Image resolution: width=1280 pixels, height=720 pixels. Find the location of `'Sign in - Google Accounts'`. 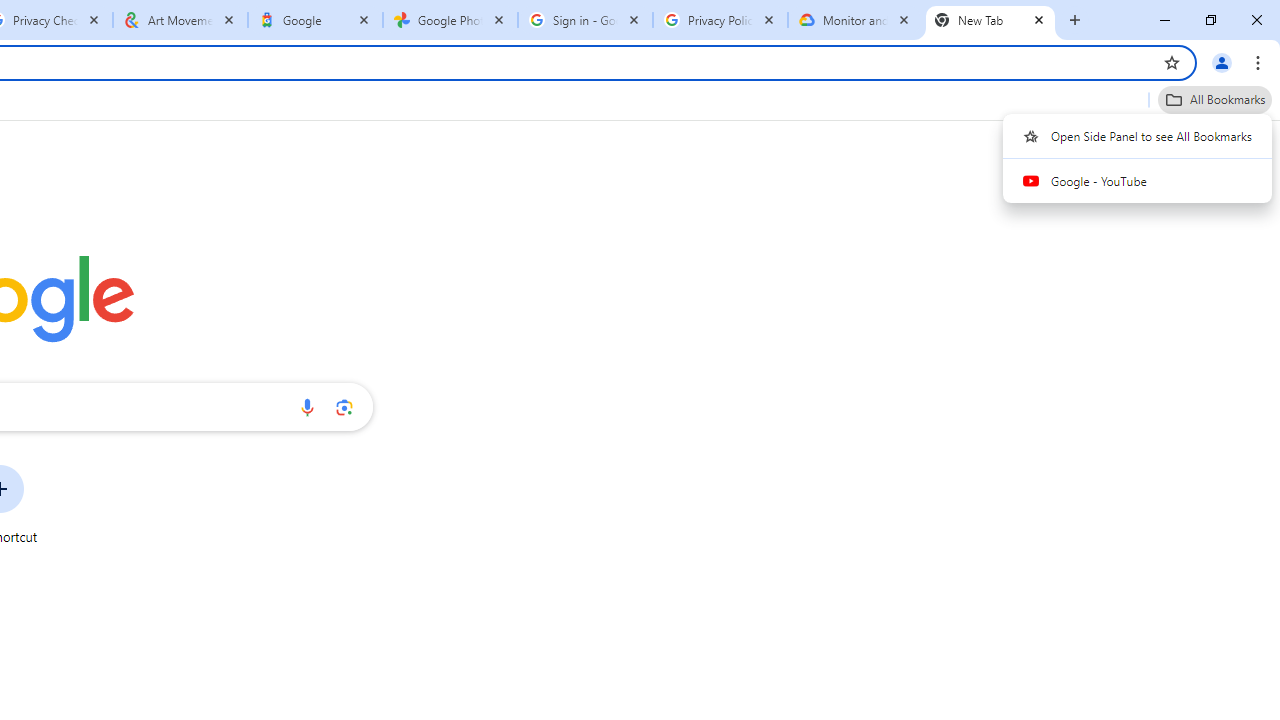

'Sign in - Google Accounts' is located at coordinates (584, 20).